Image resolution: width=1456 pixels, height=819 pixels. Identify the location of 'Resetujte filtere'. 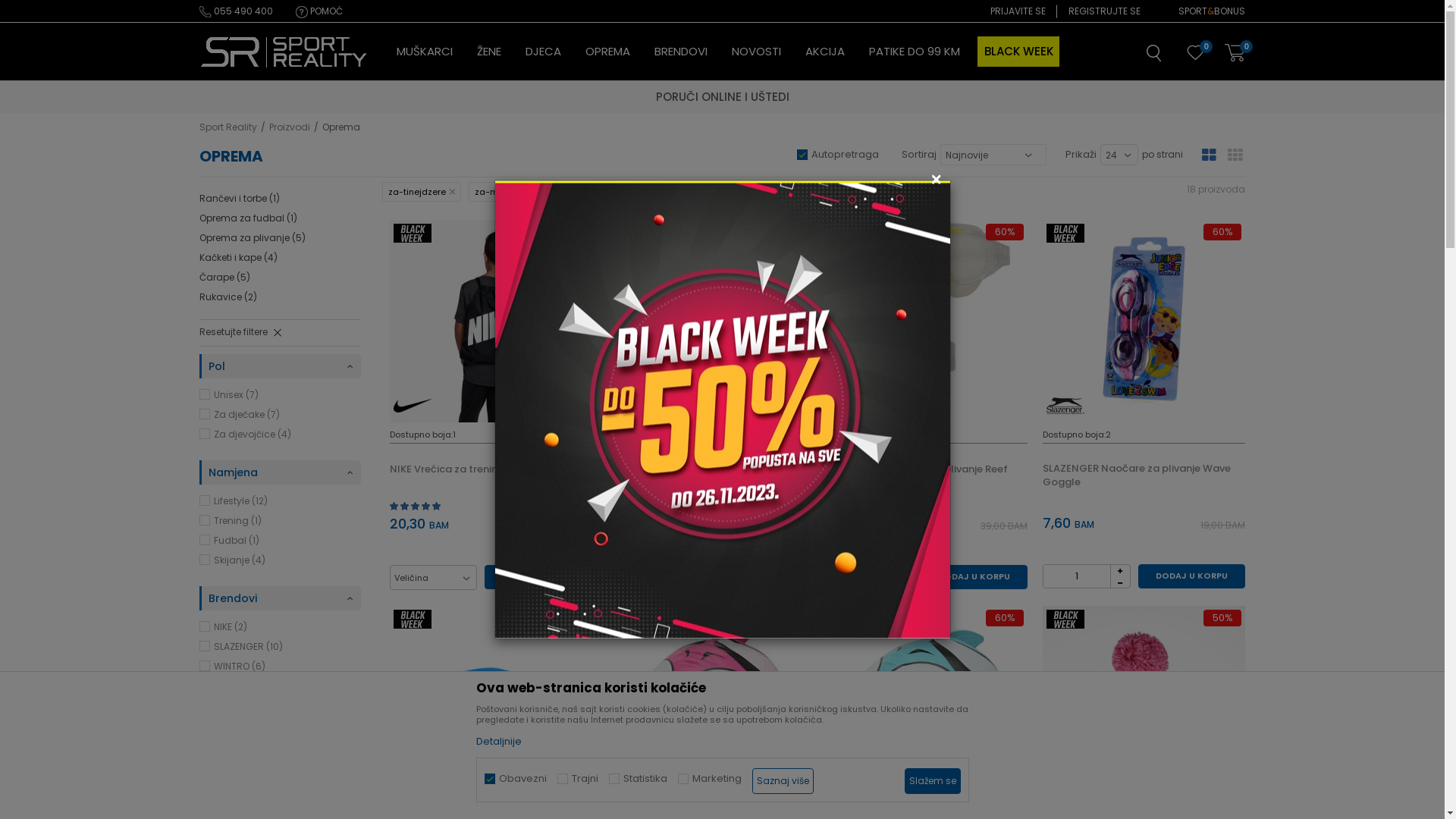
(198, 332).